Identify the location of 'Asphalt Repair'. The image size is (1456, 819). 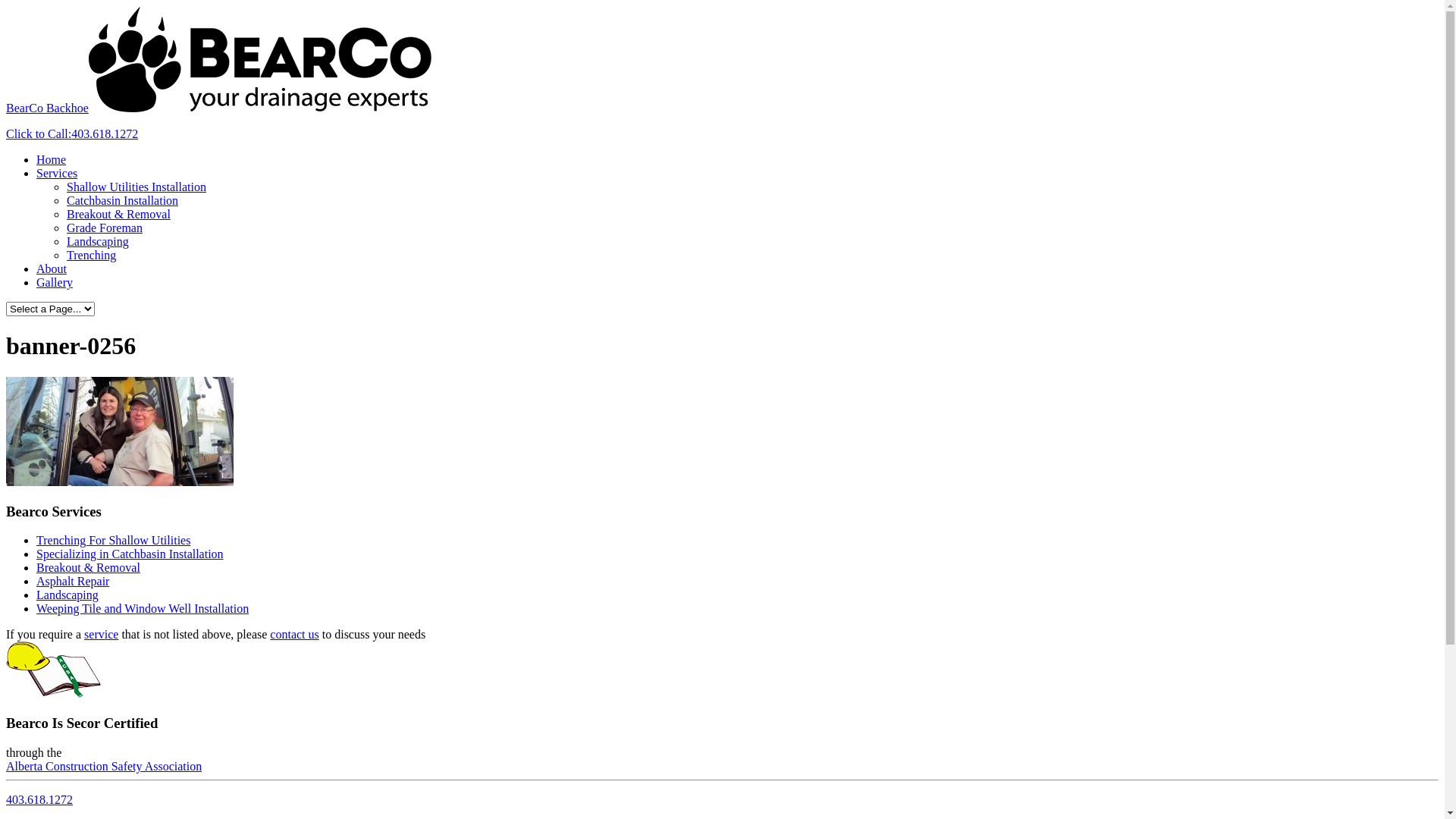
(72, 580).